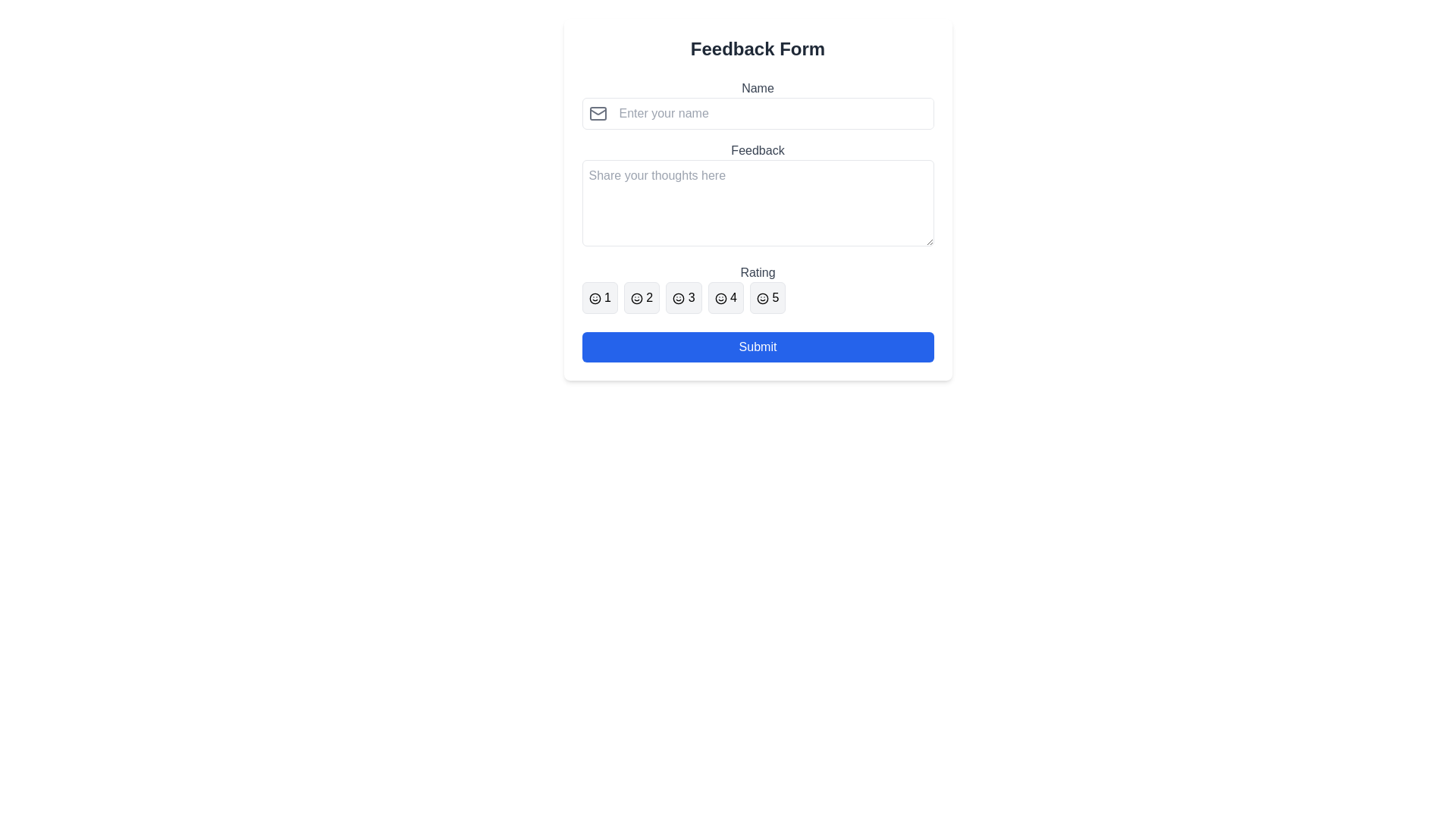  Describe the element at coordinates (682, 298) in the screenshot. I see `the button displaying the text '3' next to a smiley face icon, located above the 'Submit' button in the feedback form` at that location.